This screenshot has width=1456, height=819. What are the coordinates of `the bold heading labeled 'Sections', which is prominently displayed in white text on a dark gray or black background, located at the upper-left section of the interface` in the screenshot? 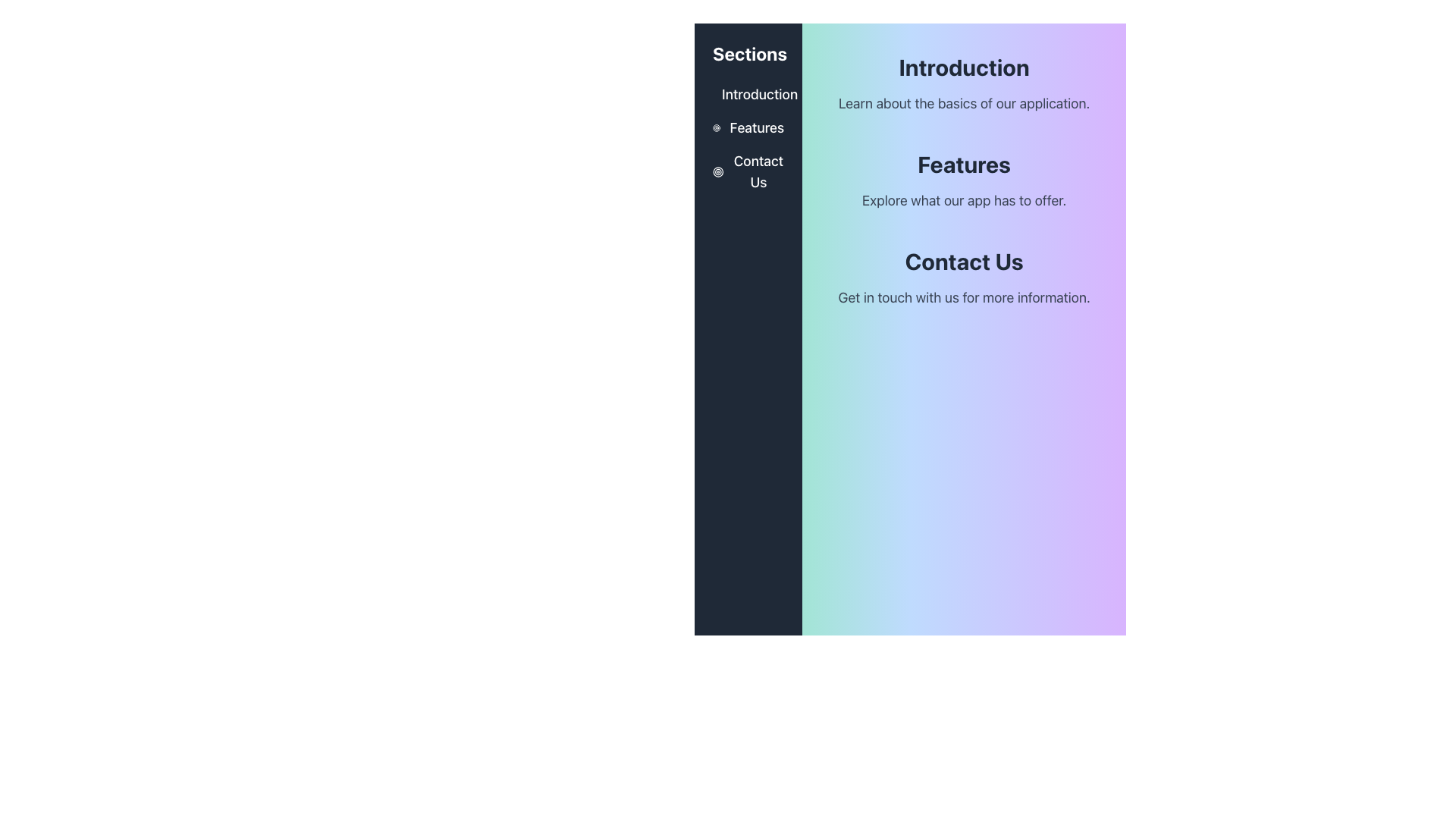 It's located at (748, 52).